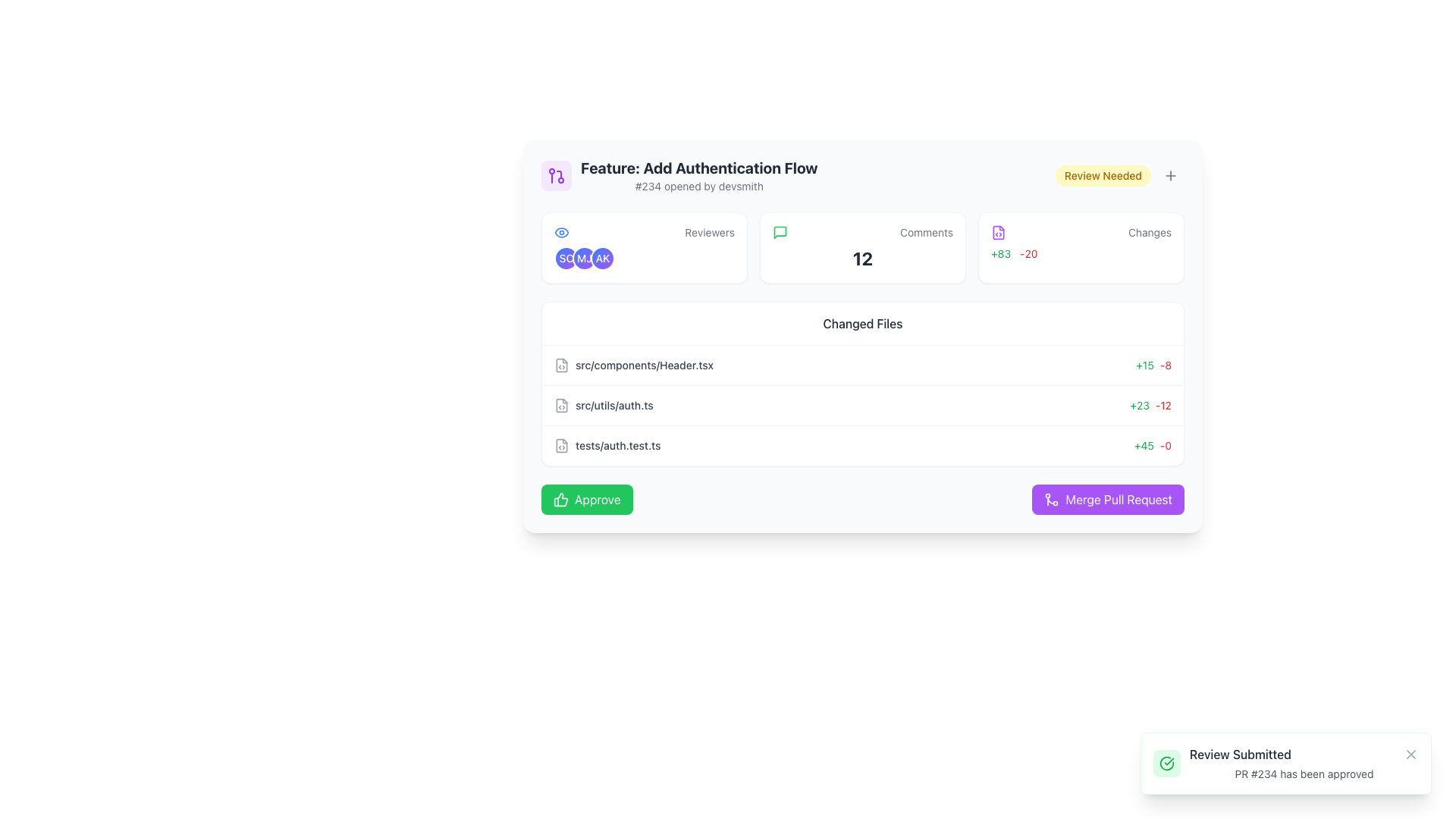  I want to click on the text label displaying 'src/components/Header.tsx' in the 'Changed Files' section, so click(644, 366).